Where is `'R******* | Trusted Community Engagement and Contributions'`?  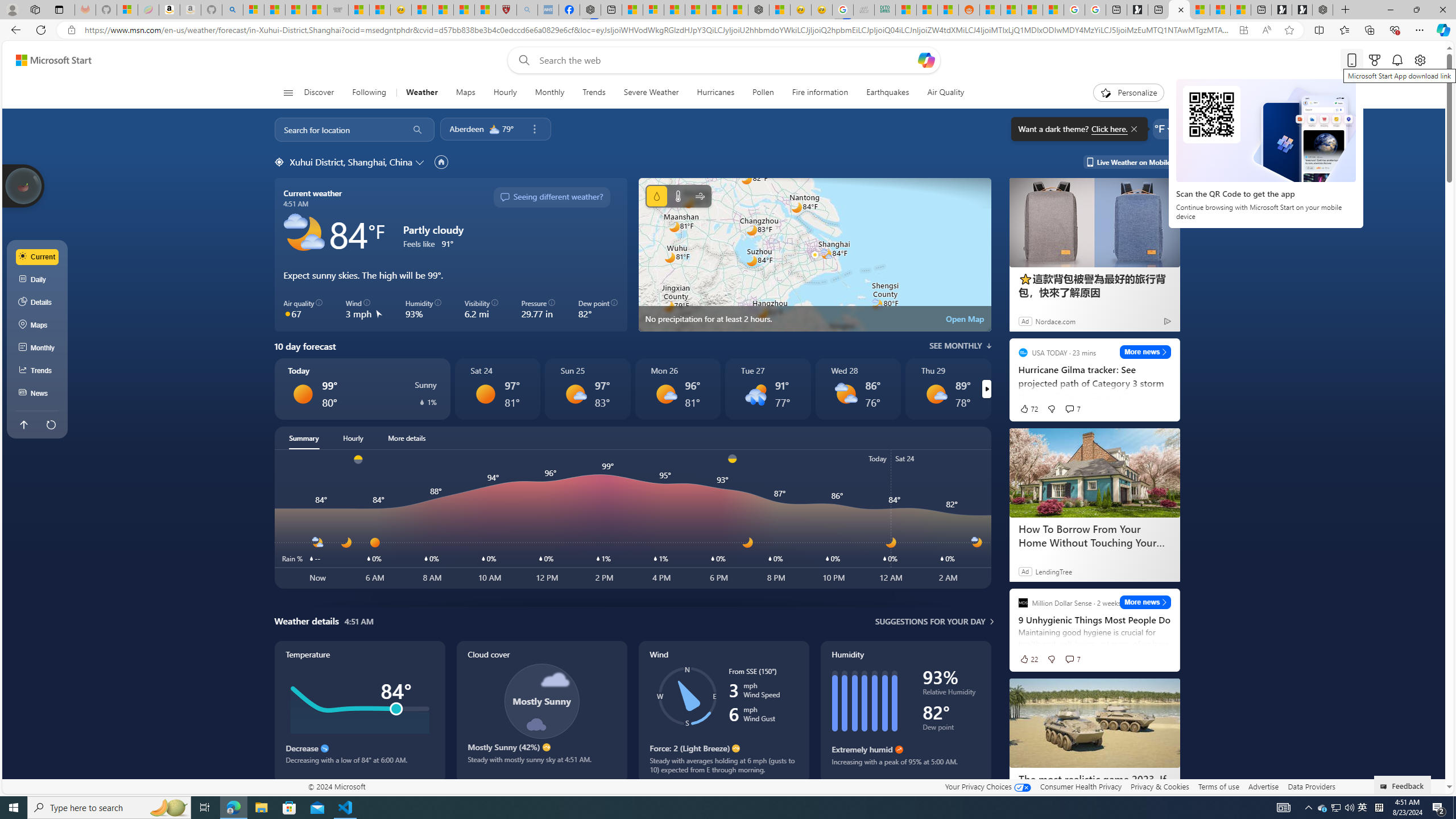
'R******* | Trusted Community Engagement and Contributions' is located at coordinates (990, 9).